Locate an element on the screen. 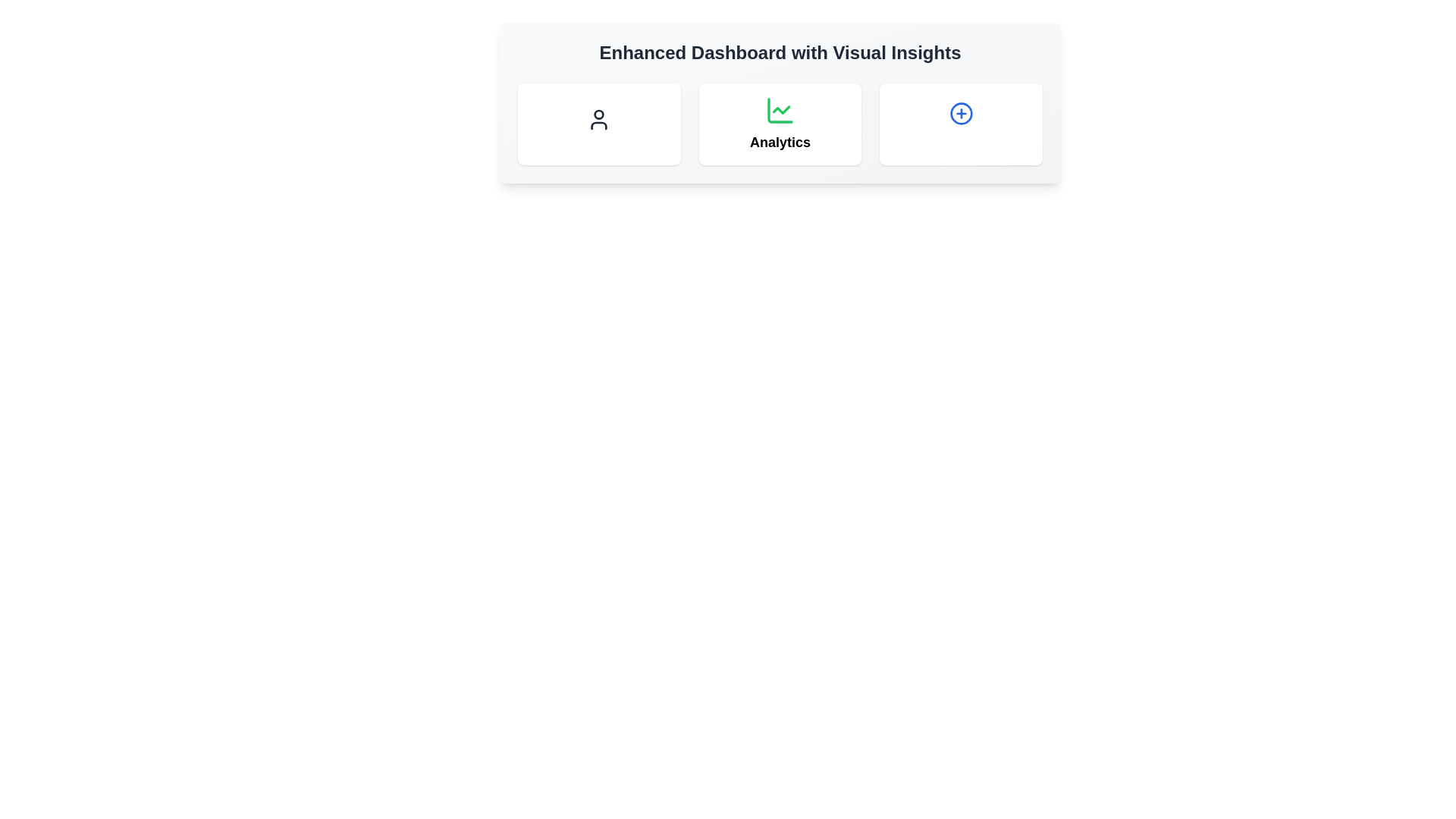 The height and width of the screenshot is (819, 1456). the button for adding a new item, located at the far right of a three-column grid layout, to enable accessibility navigation is located at coordinates (960, 124).